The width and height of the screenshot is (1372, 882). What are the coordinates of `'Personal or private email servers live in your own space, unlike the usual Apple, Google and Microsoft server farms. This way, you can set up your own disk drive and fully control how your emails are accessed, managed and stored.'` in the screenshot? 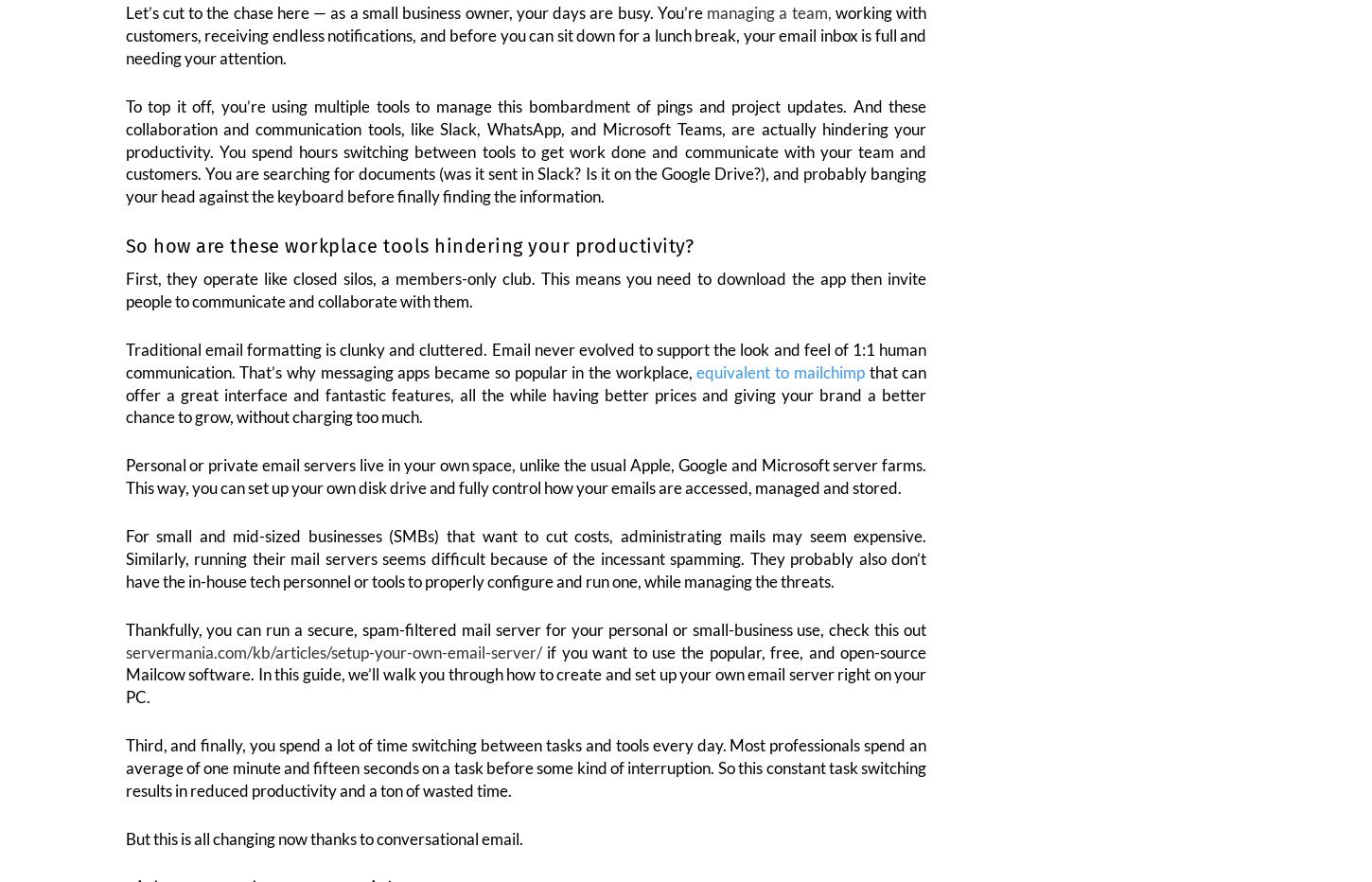 It's located at (525, 487).